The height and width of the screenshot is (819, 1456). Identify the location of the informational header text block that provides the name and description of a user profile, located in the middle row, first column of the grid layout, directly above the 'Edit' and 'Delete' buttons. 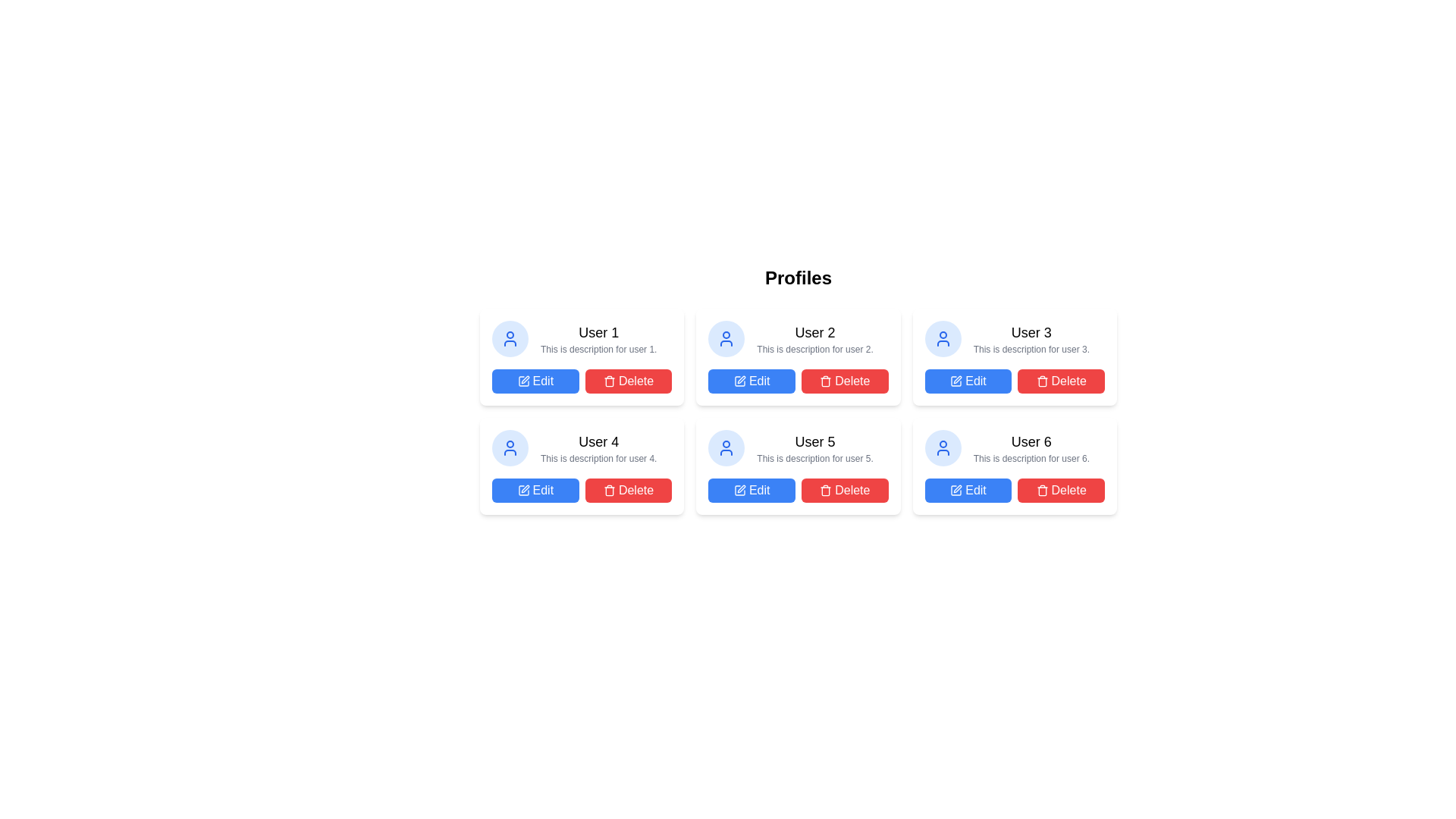
(581, 447).